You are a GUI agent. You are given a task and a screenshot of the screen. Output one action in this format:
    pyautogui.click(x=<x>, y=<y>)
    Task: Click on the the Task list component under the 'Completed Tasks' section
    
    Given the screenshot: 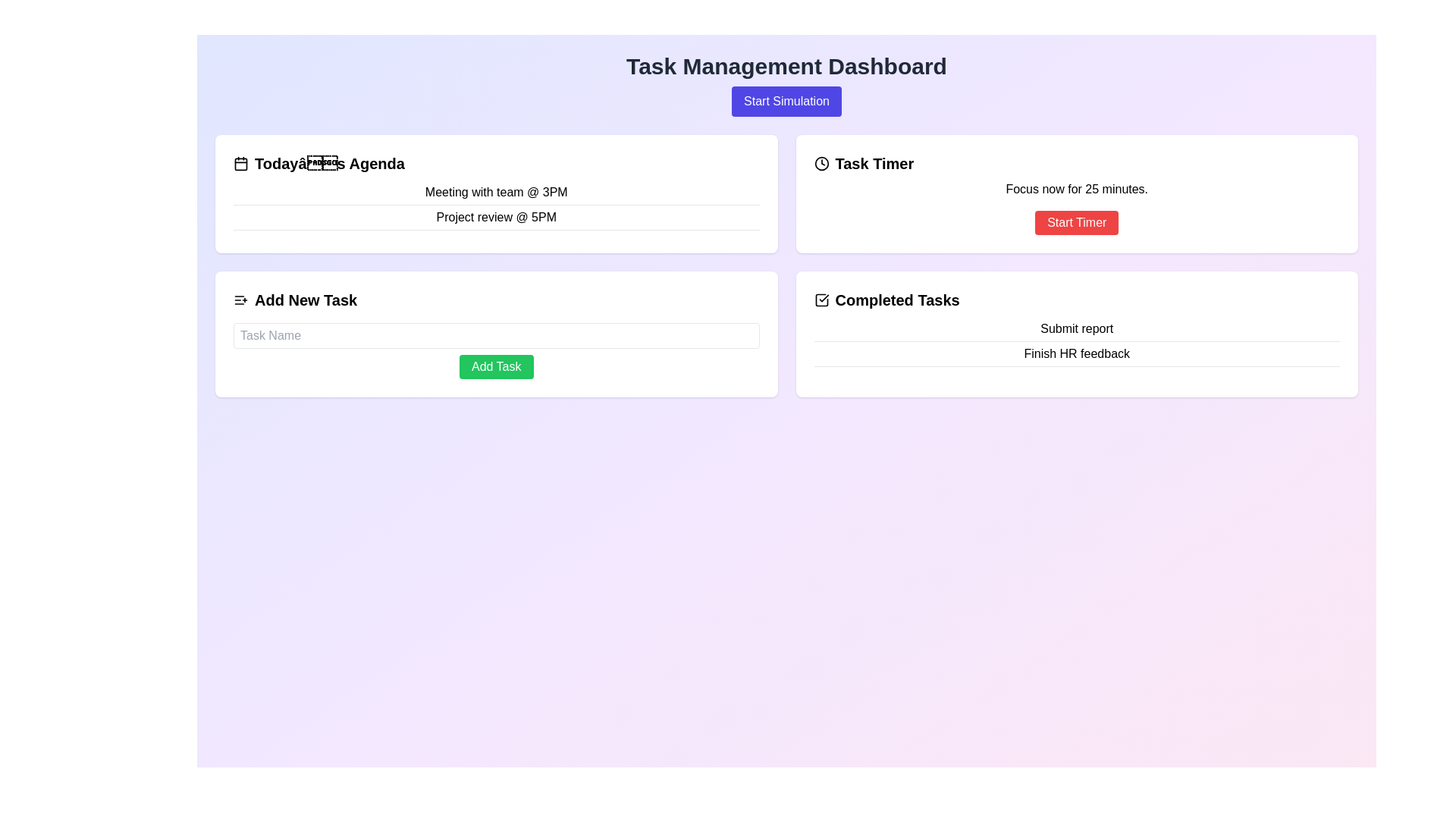 What is the action you would take?
    pyautogui.click(x=1076, y=342)
    